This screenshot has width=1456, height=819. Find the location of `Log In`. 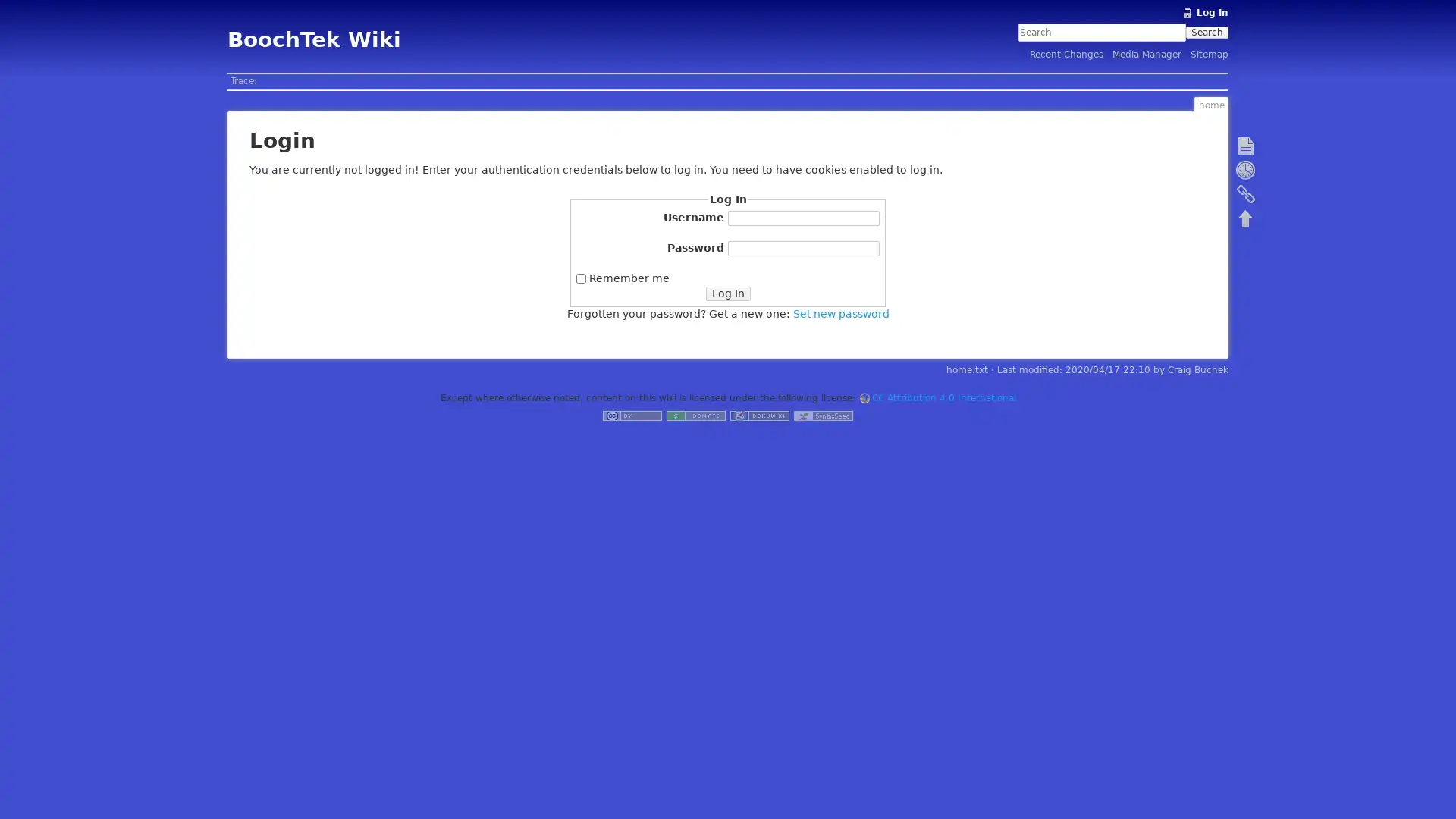

Log In is located at coordinates (726, 293).